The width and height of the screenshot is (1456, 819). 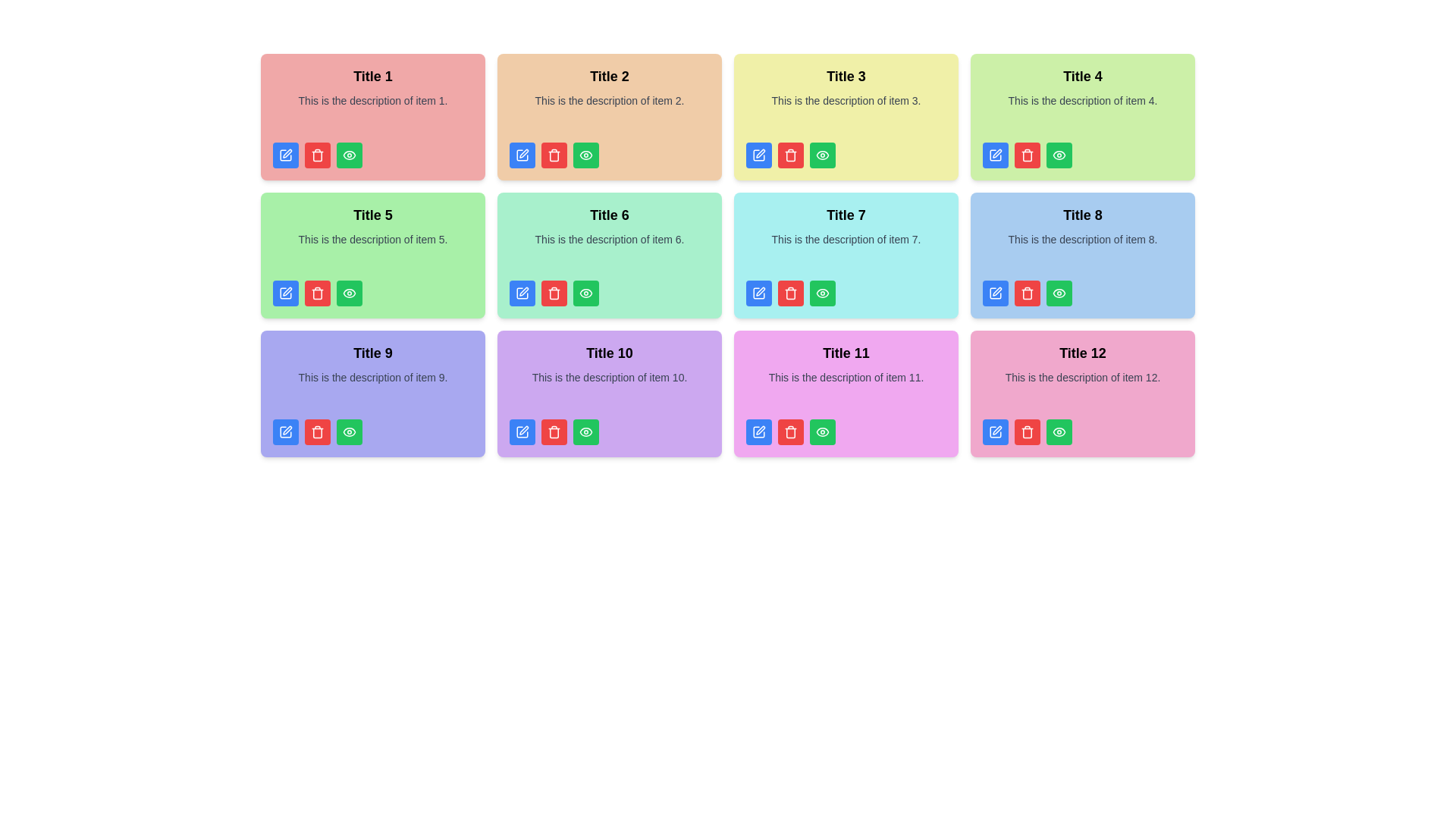 I want to click on the delete button located at the center bottom of the card labeled 'Title 5', so click(x=316, y=293).